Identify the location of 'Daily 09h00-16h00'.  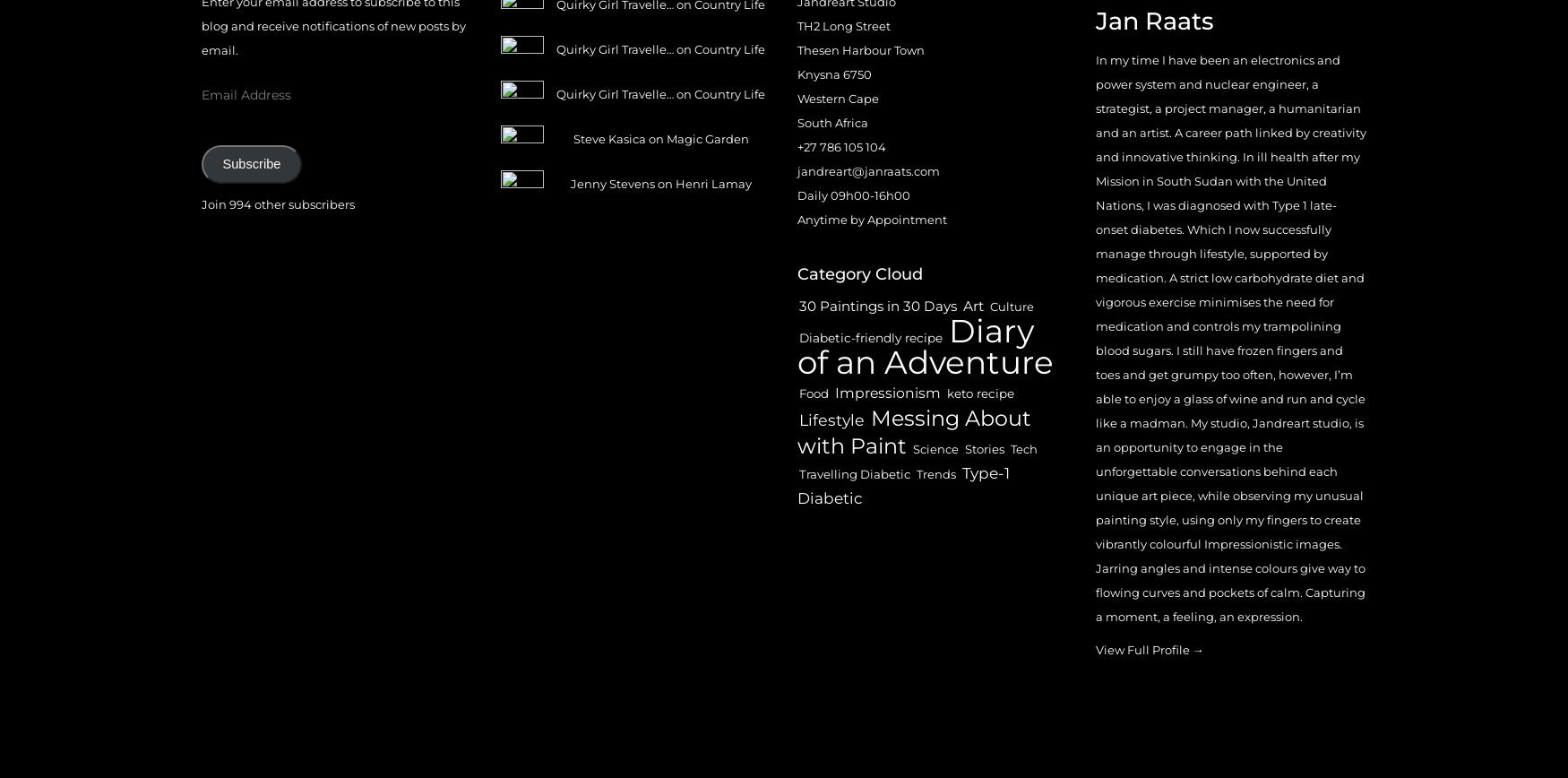
(854, 194).